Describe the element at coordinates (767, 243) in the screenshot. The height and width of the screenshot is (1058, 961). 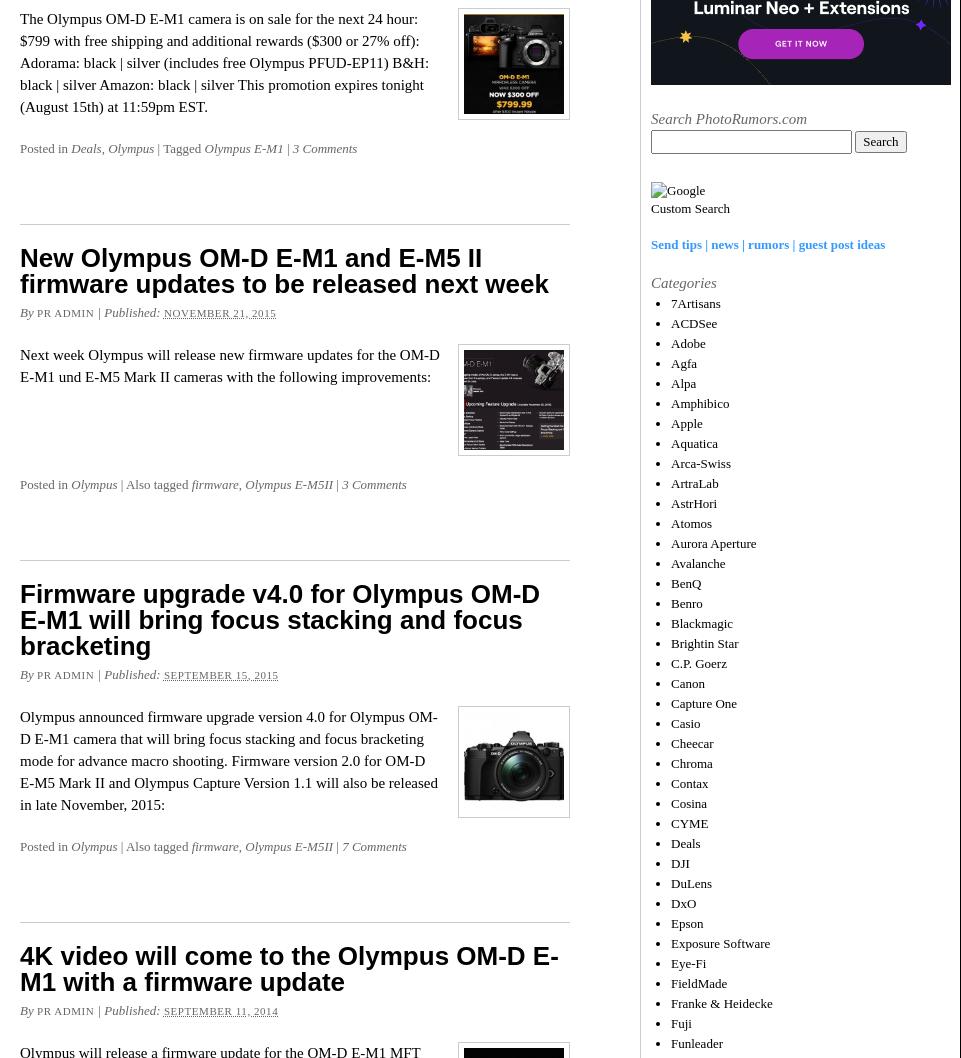
I see `'Send tips | news | rumors | guest post ideas'` at that location.